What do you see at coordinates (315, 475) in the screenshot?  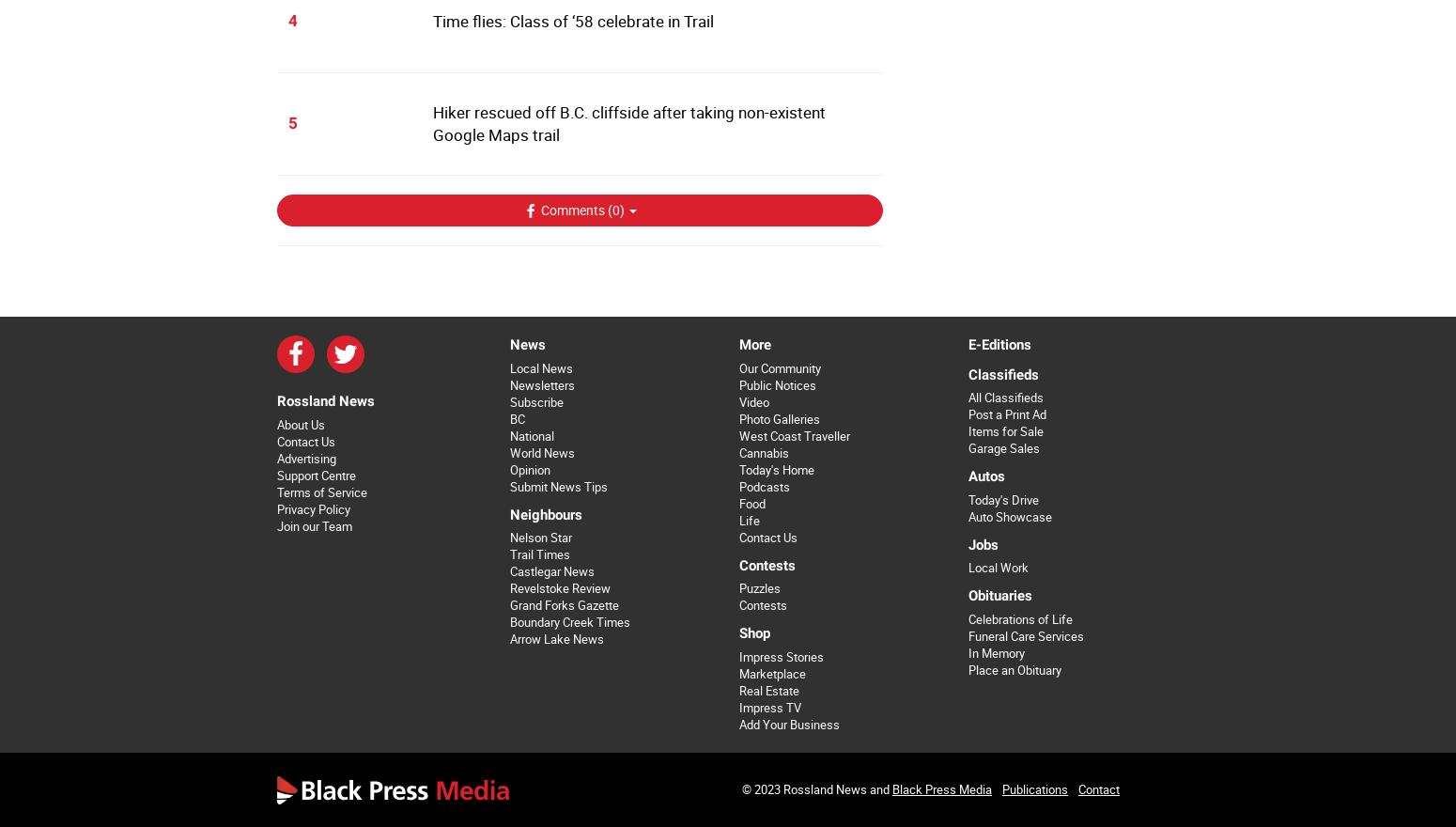 I see `'Support Centre'` at bounding box center [315, 475].